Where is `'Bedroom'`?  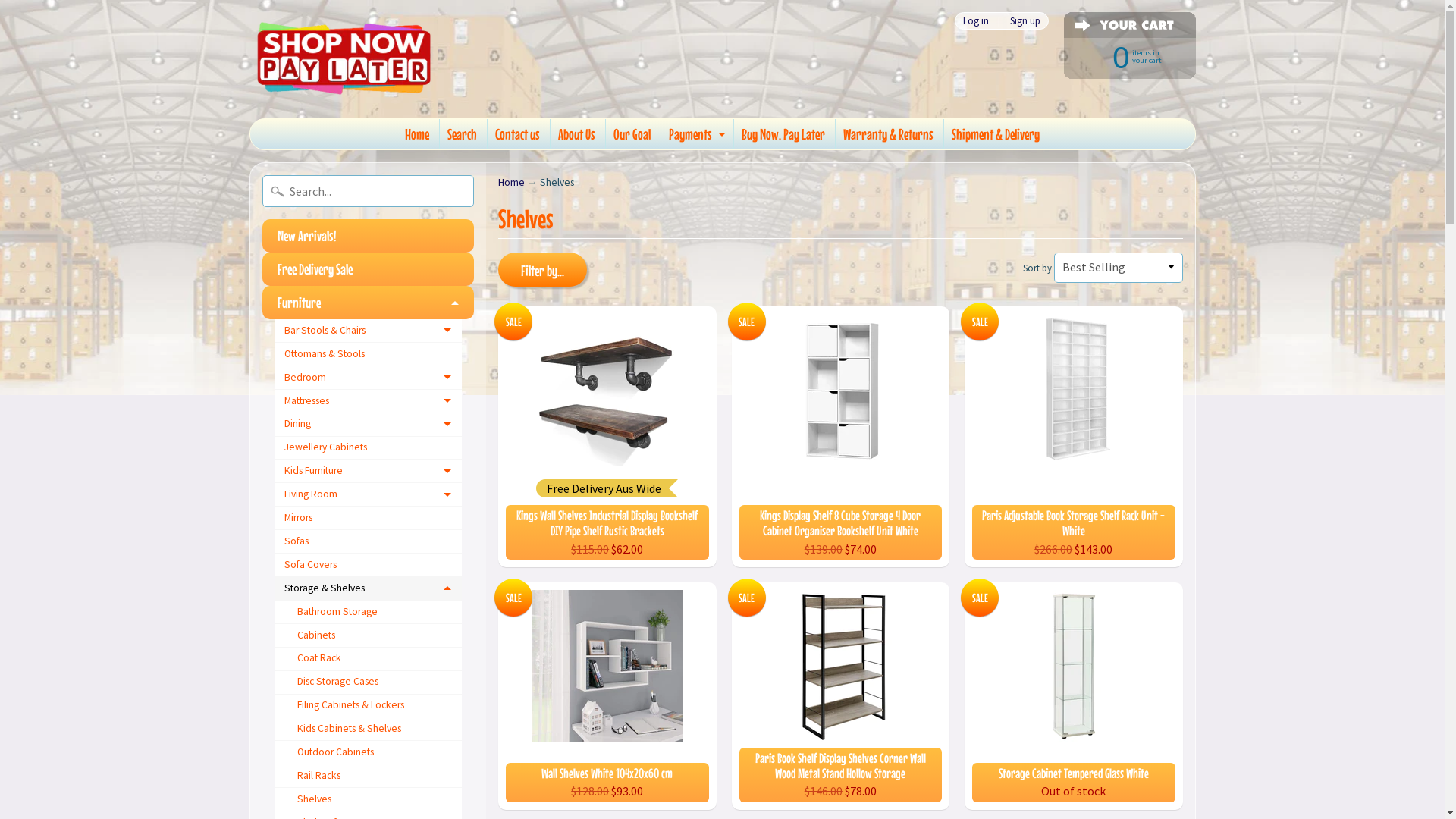 'Bedroom' is located at coordinates (274, 377).